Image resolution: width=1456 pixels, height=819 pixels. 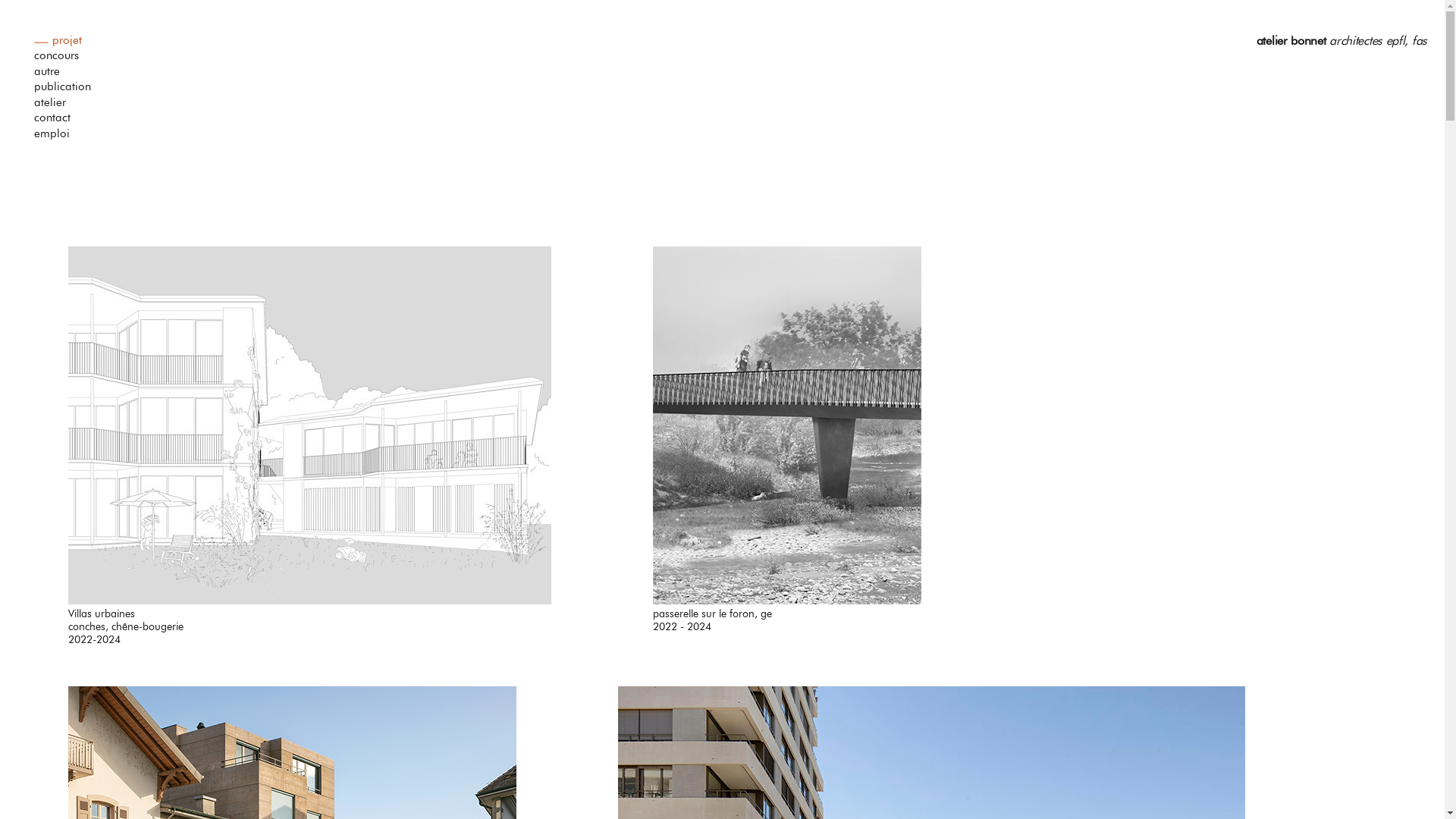 I want to click on 'emploi', so click(x=71, y=133).